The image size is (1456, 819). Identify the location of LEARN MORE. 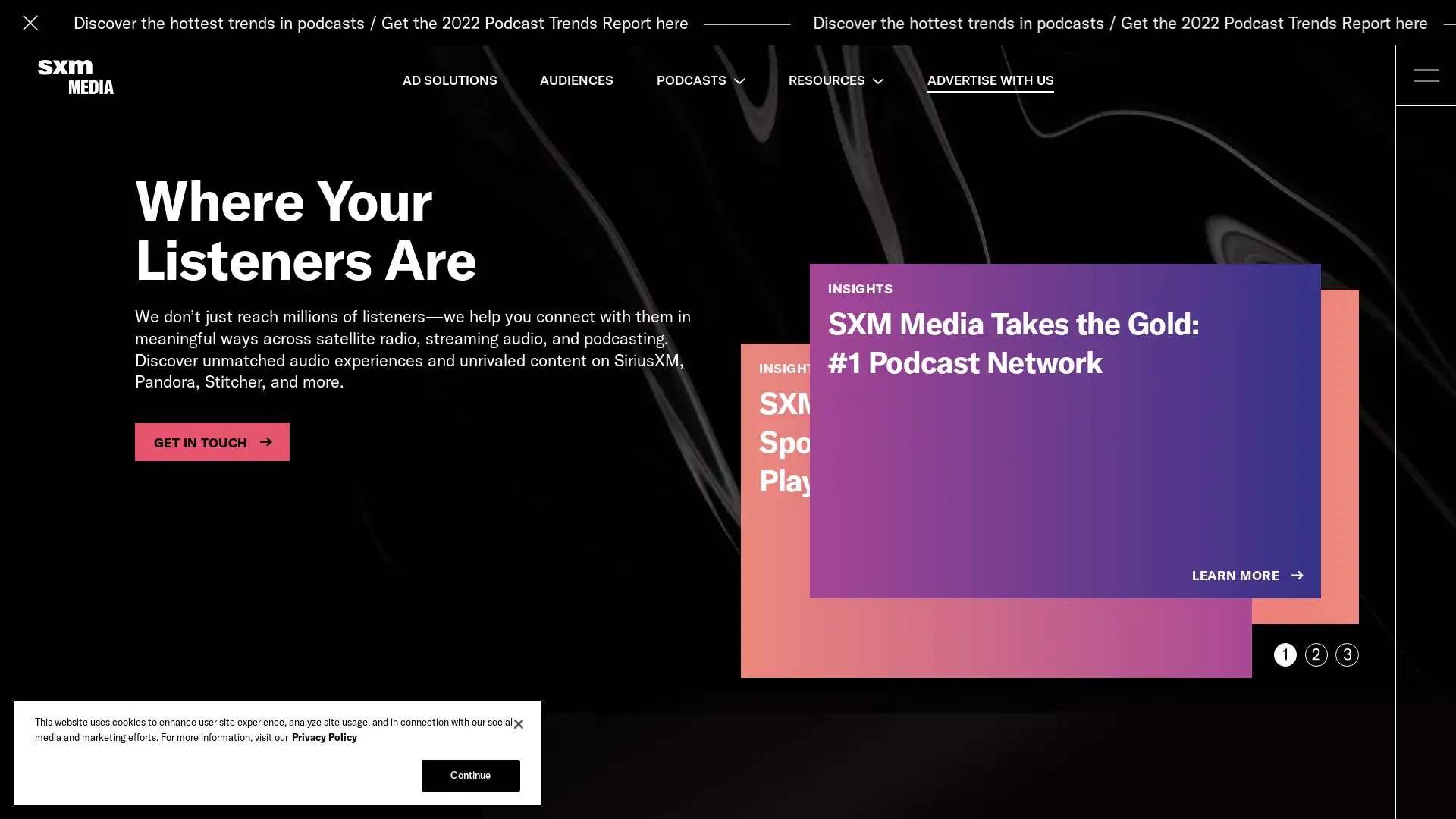
(1249, 576).